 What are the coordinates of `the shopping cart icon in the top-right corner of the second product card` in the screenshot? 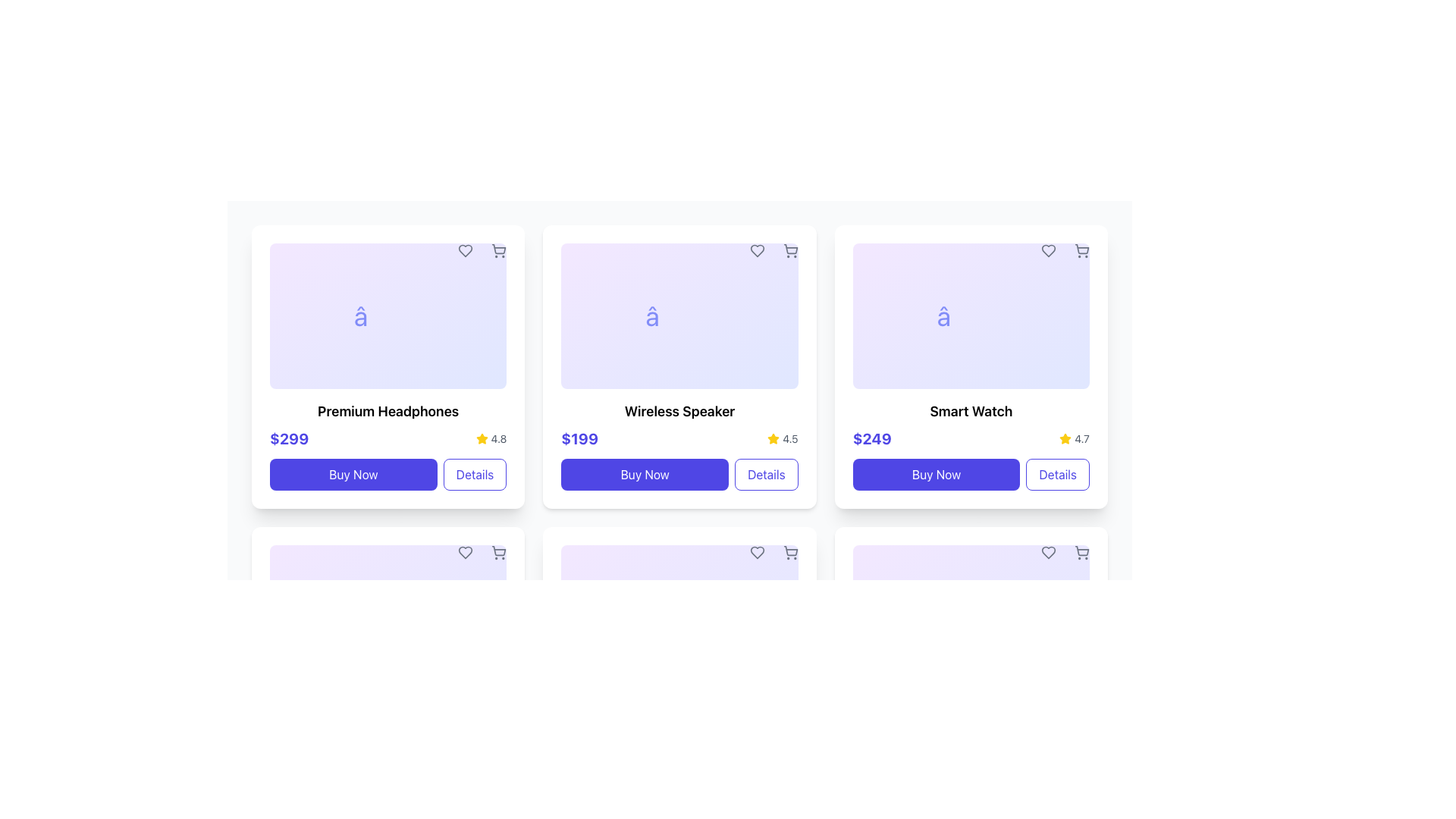 It's located at (789, 248).